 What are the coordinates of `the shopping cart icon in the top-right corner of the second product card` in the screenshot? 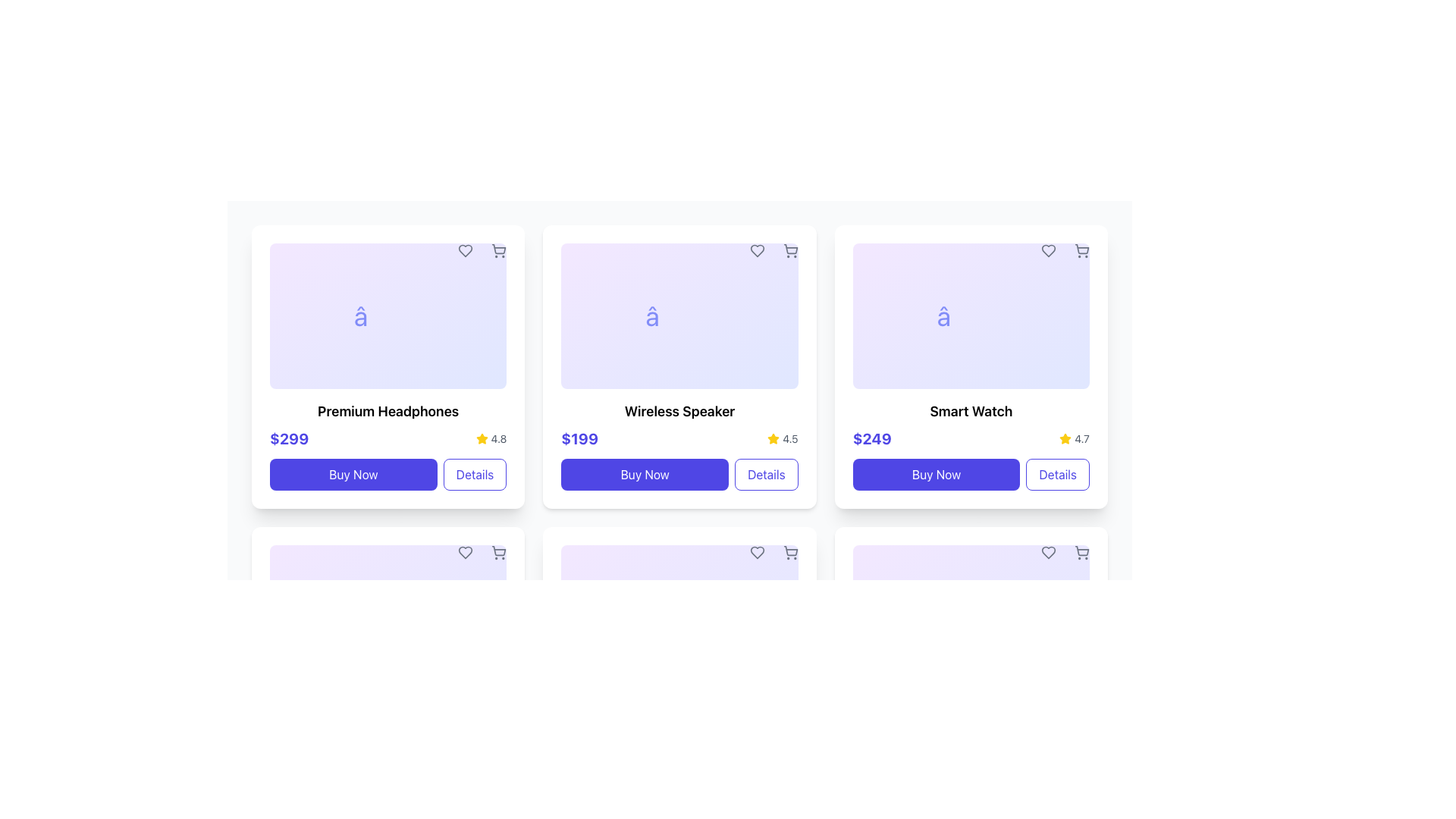 It's located at (789, 248).